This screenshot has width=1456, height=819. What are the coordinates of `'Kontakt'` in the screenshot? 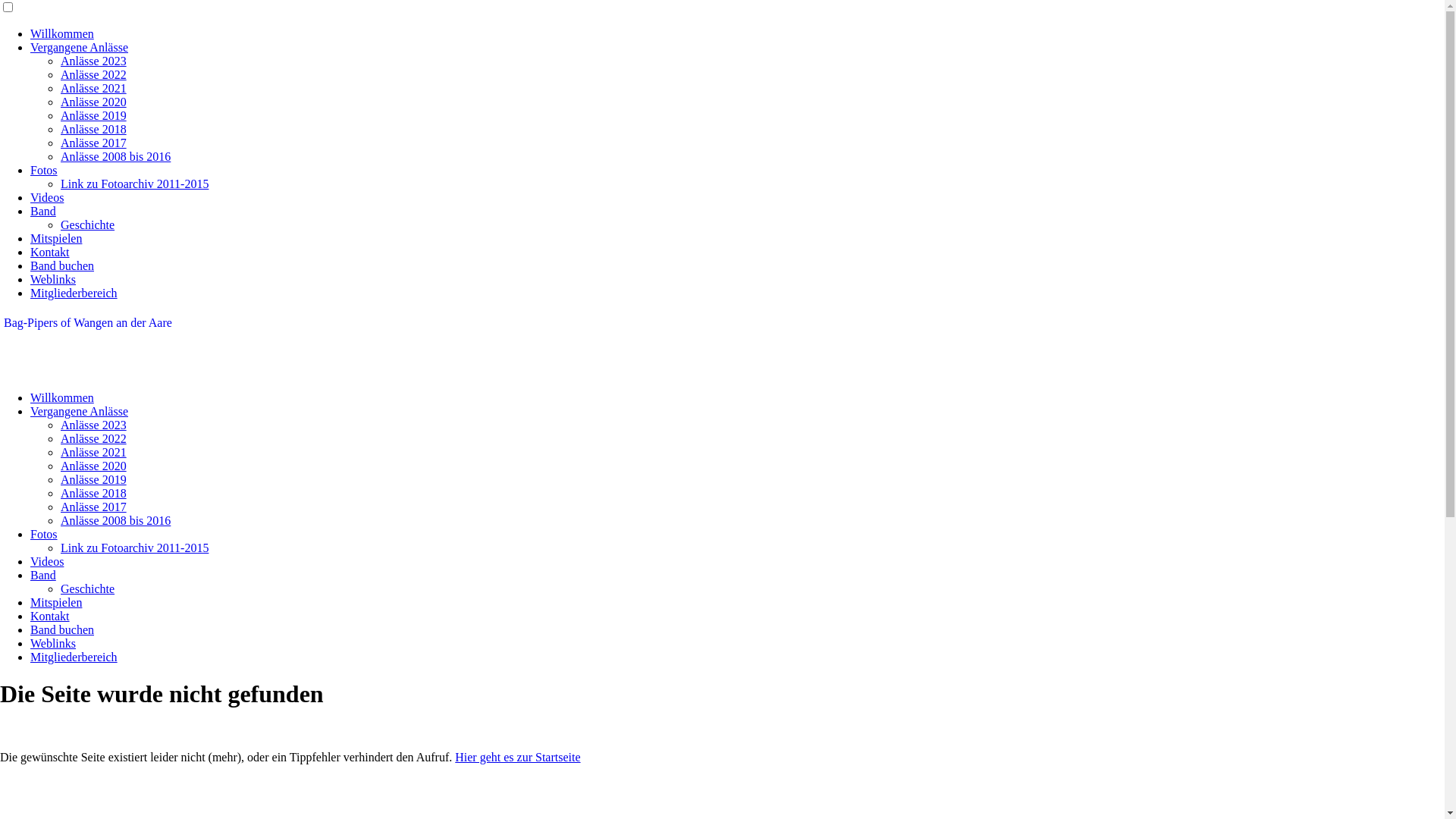 It's located at (50, 616).